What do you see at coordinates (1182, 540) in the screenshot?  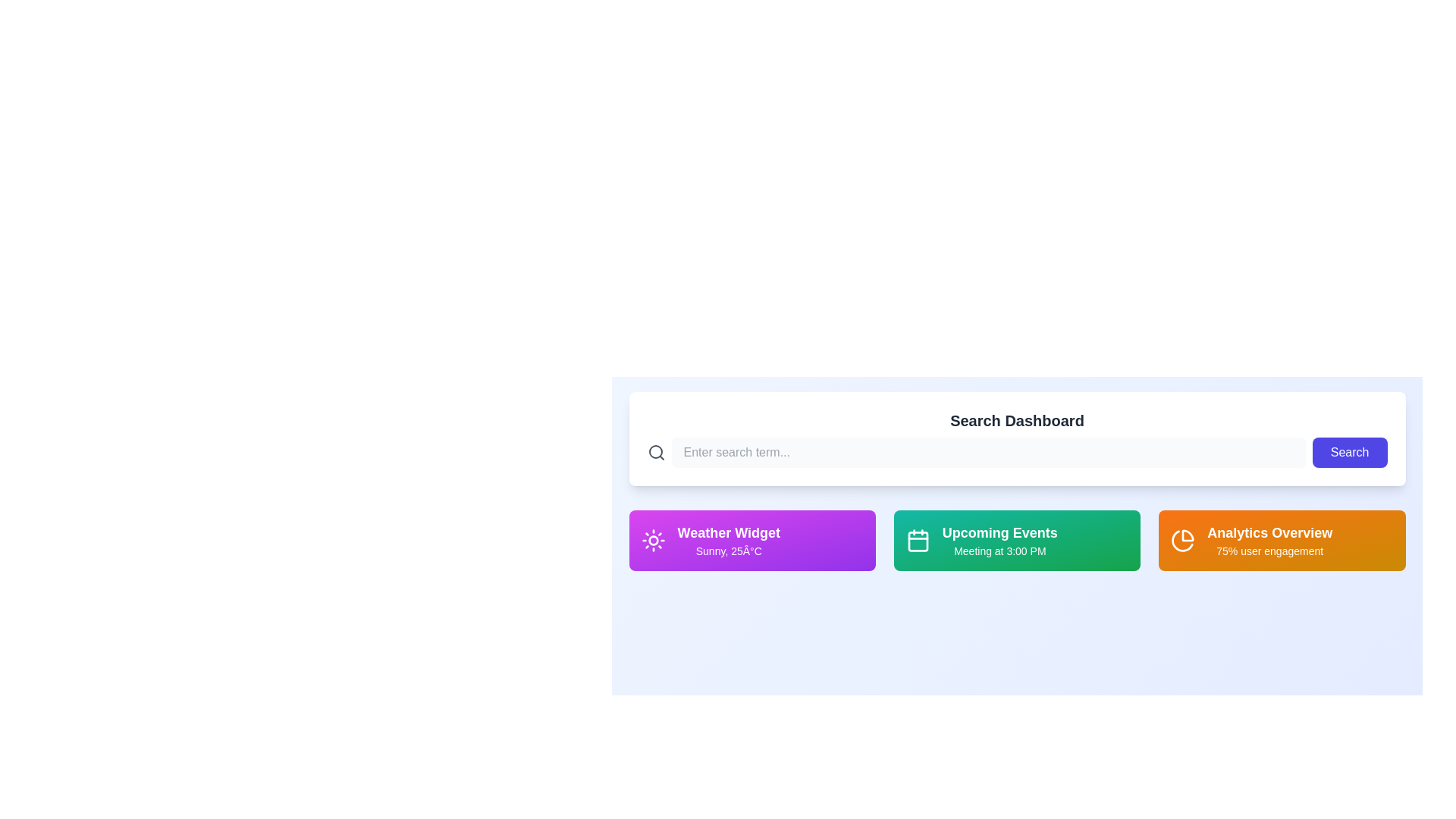 I see `the pie chart icon in the top-left section of the orange background representing the 'Analytics Overview' card as a visual cue for analytics` at bounding box center [1182, 540].